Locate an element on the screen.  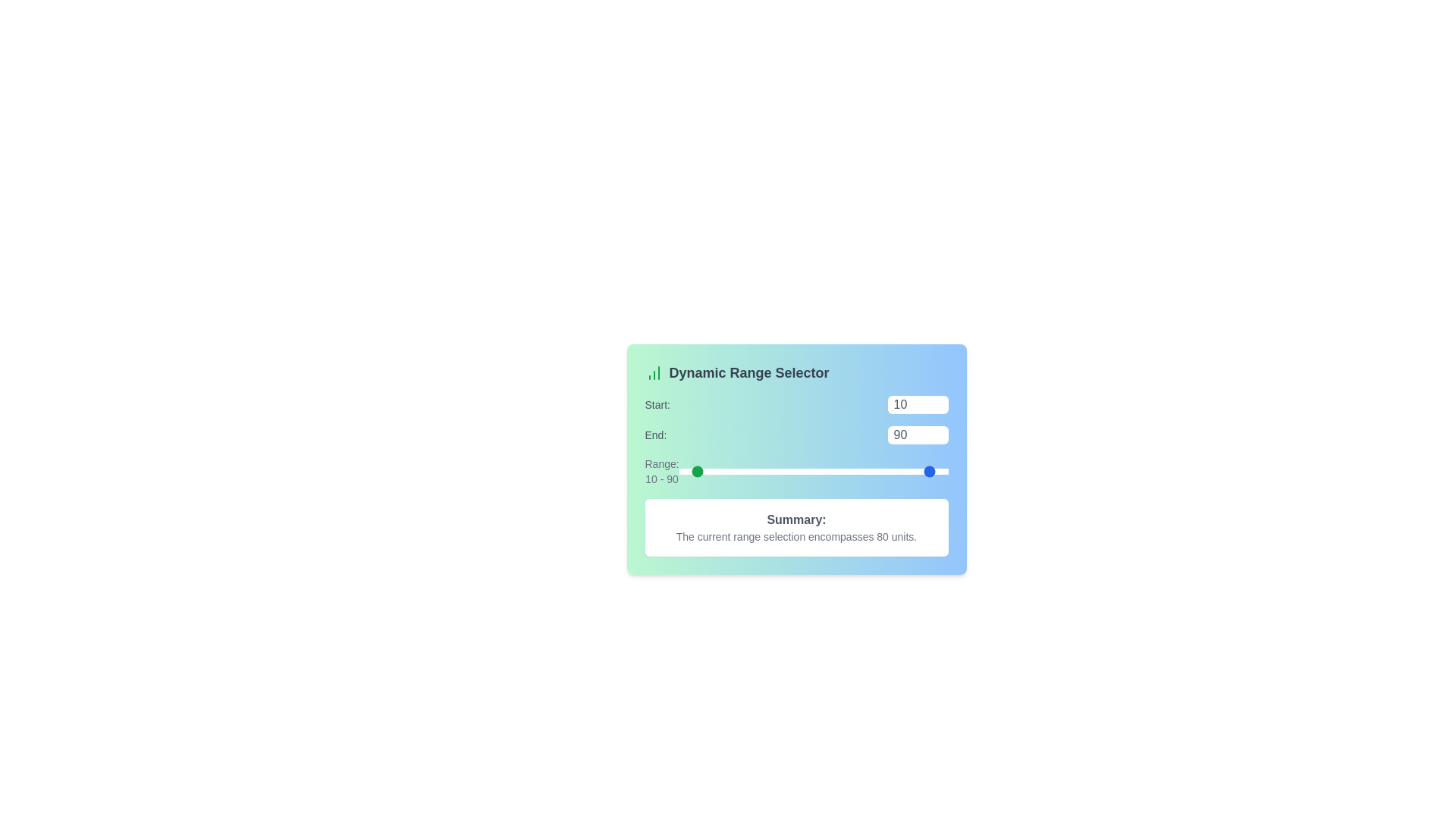
the 'Start' range value to 32 using the input box is located at coordinates (917, 403).